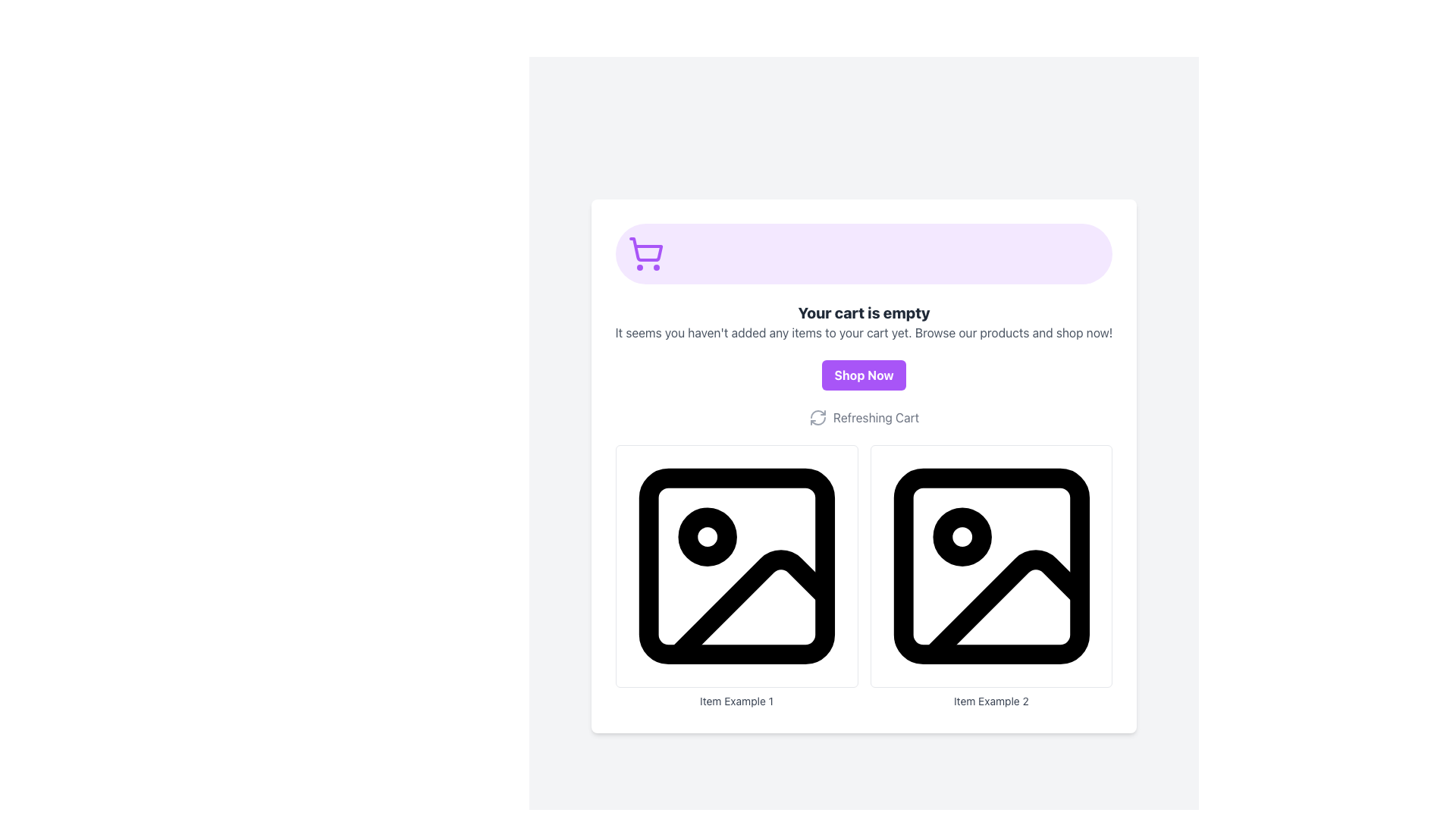 The height and width of the screenshot is (819, 1456). I want to click on the lower-right curved arrow segment of the refresh icon, which is located centrally below the 'Your cart is empty' message, so click(817, 421).